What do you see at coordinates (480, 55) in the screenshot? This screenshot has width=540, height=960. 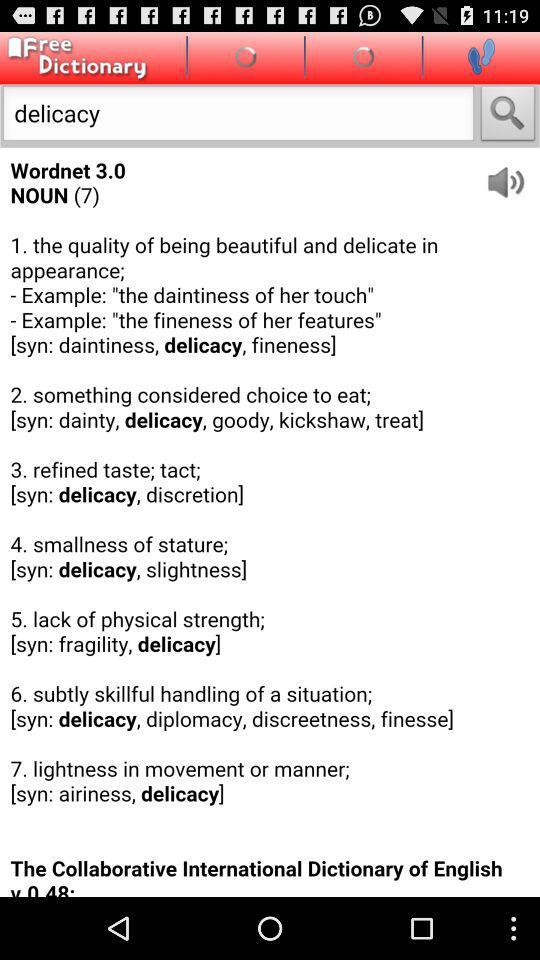 I see `leave page` at bounding box center [480, 55].